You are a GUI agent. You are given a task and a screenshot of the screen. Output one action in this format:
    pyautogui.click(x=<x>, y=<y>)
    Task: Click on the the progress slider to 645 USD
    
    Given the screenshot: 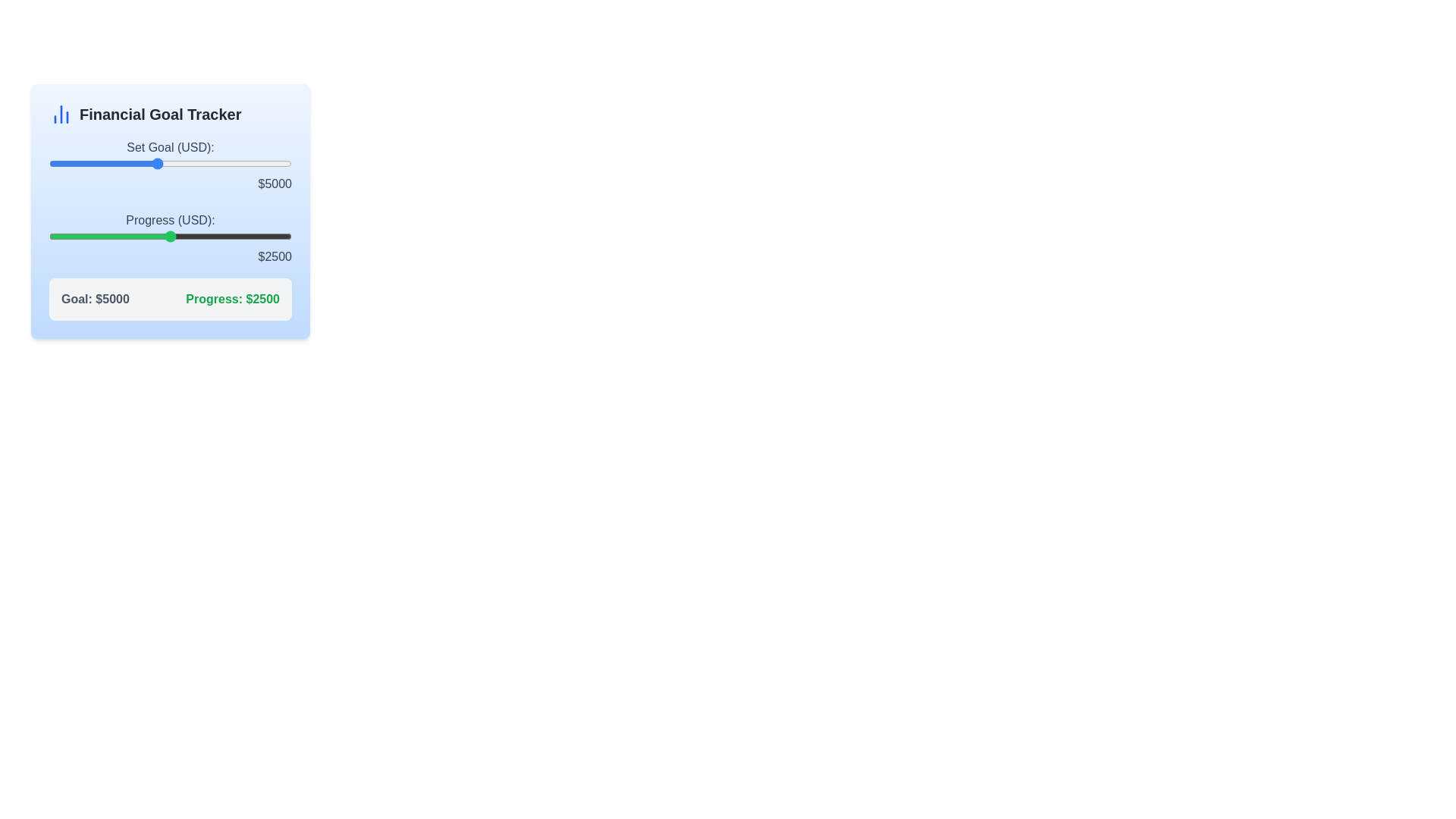 What is the action you would take?
    pyautogui.click(x=80, y=237)
    